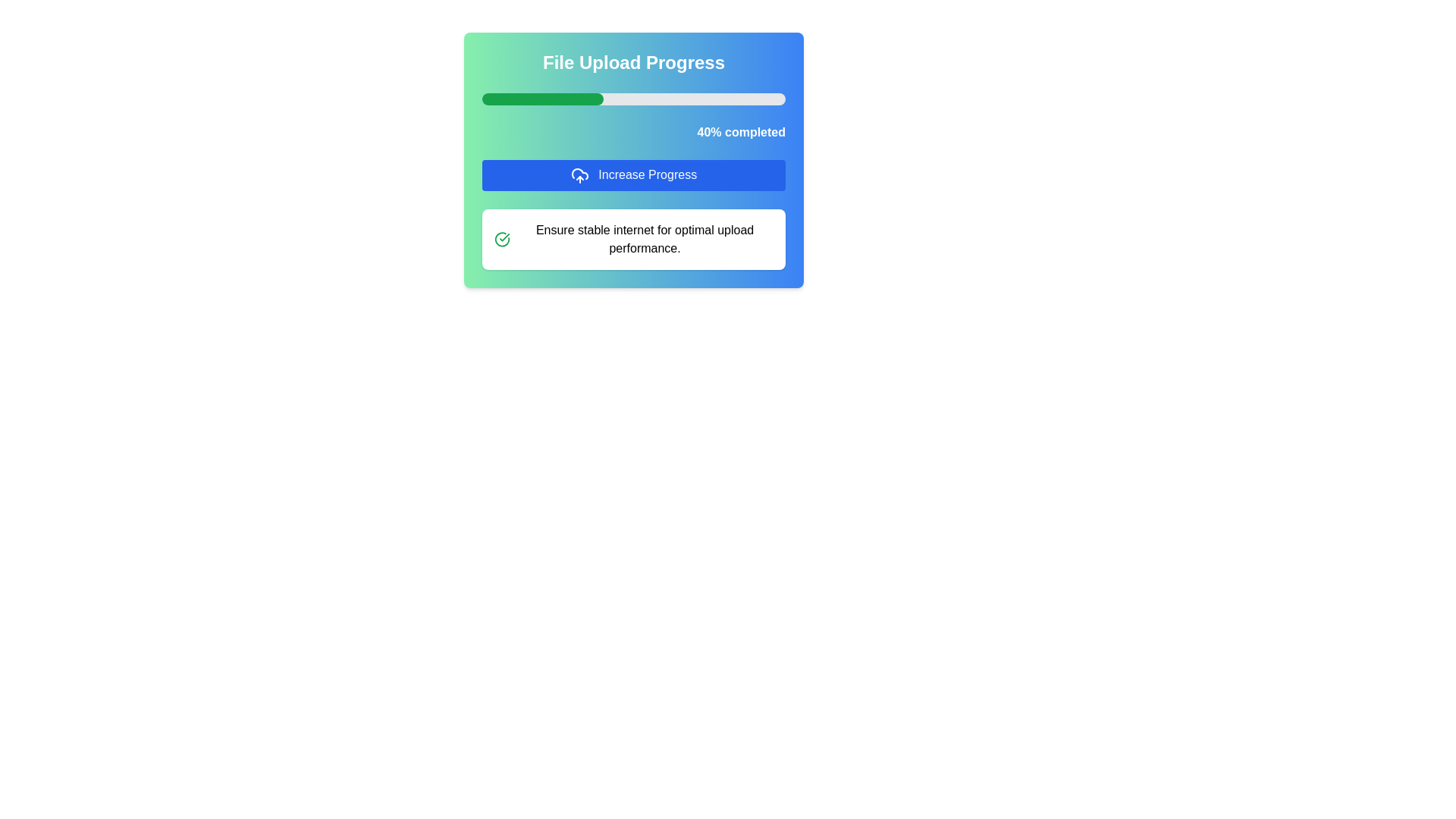 This screenshot has height=819, width=1456. Describe the element at coordinates (633, 174) in the screenshot. I see `the 'Increase Progress' button, a rectangular blue button with rounded edges containing white text and an upward arrow icon` at that location.